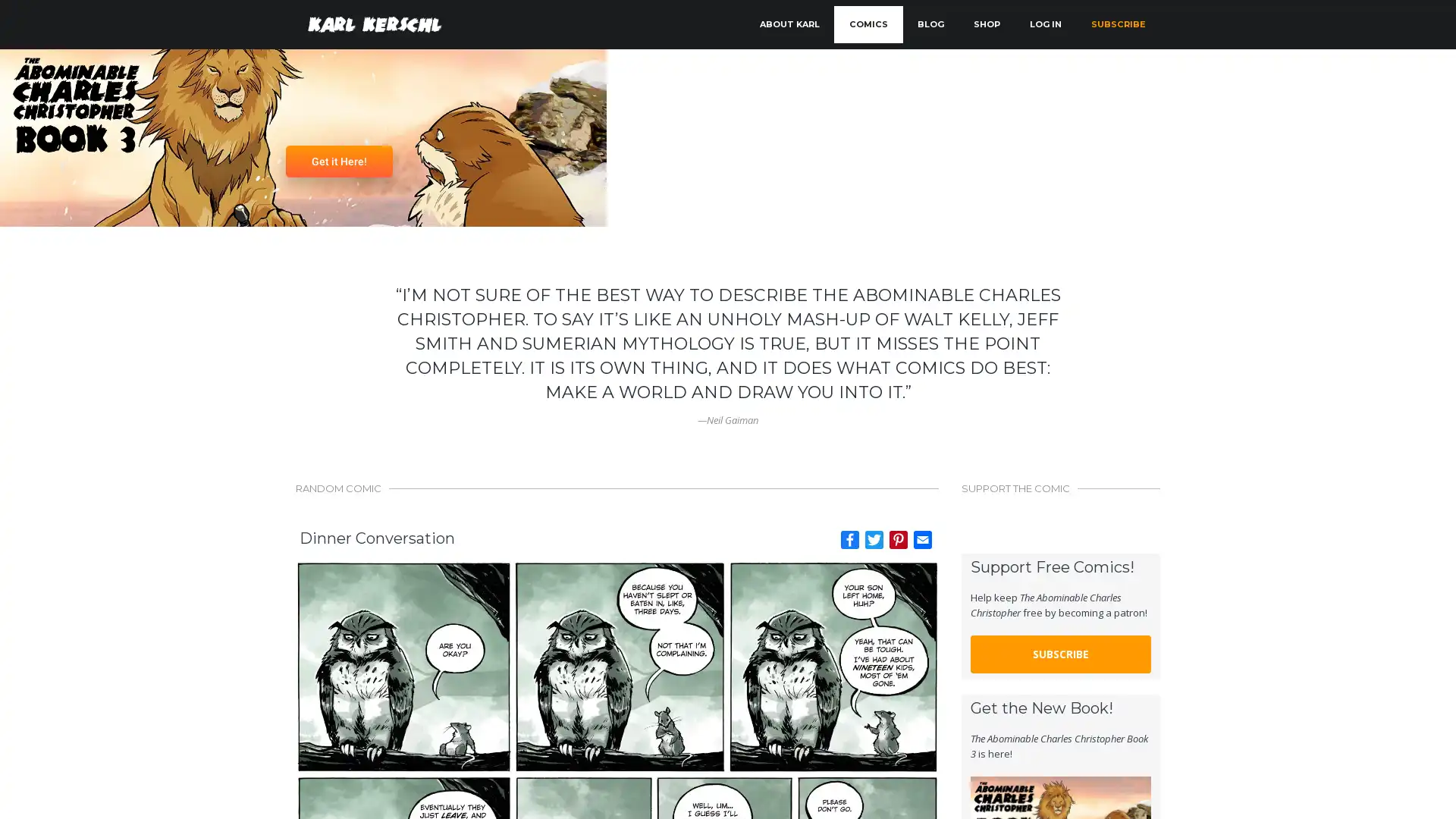  I want to click on SUBSCRIBE, so click(1059, 704).